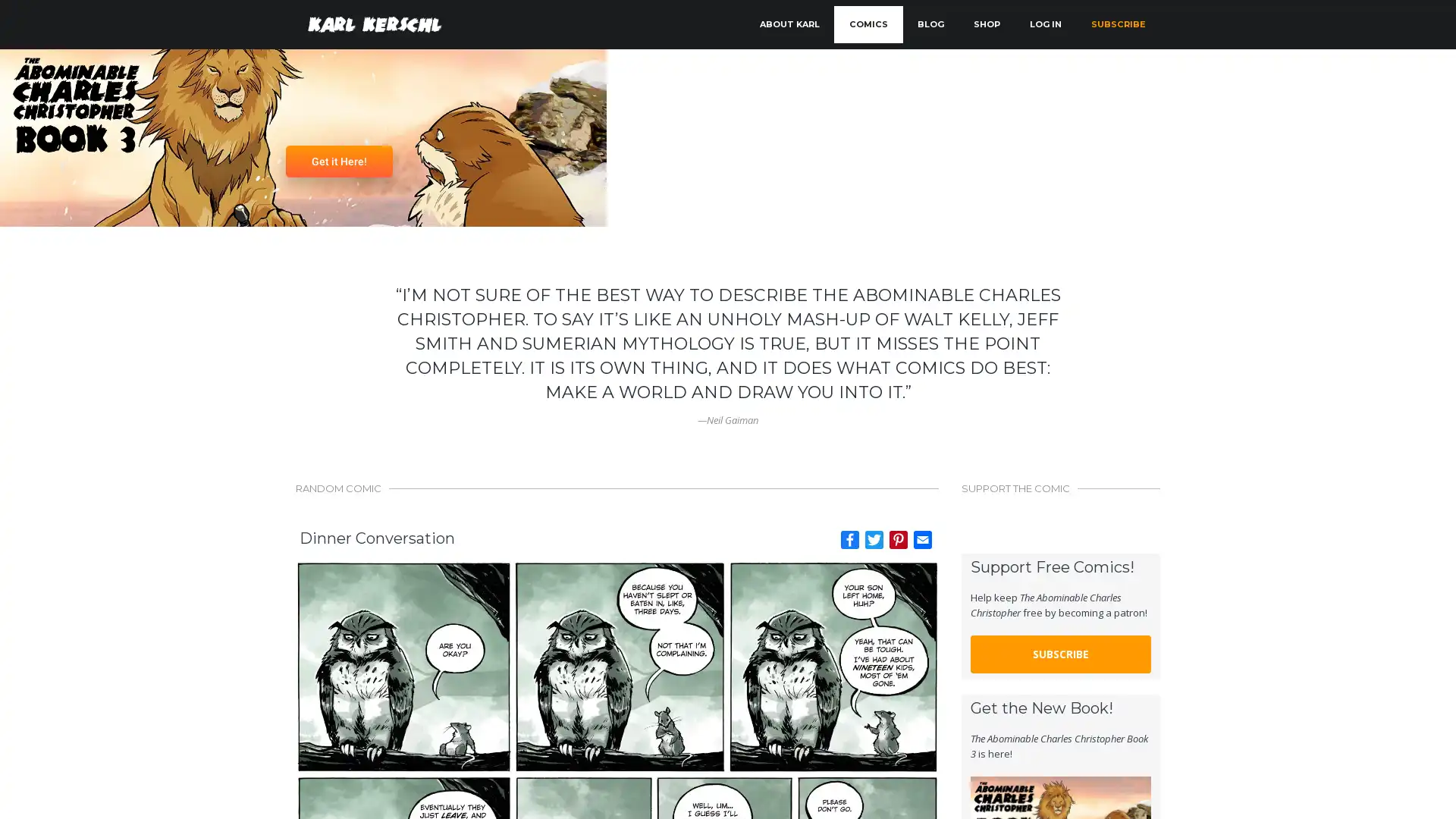  I want to click on SUBSCRIBE, so click(1059, 704).